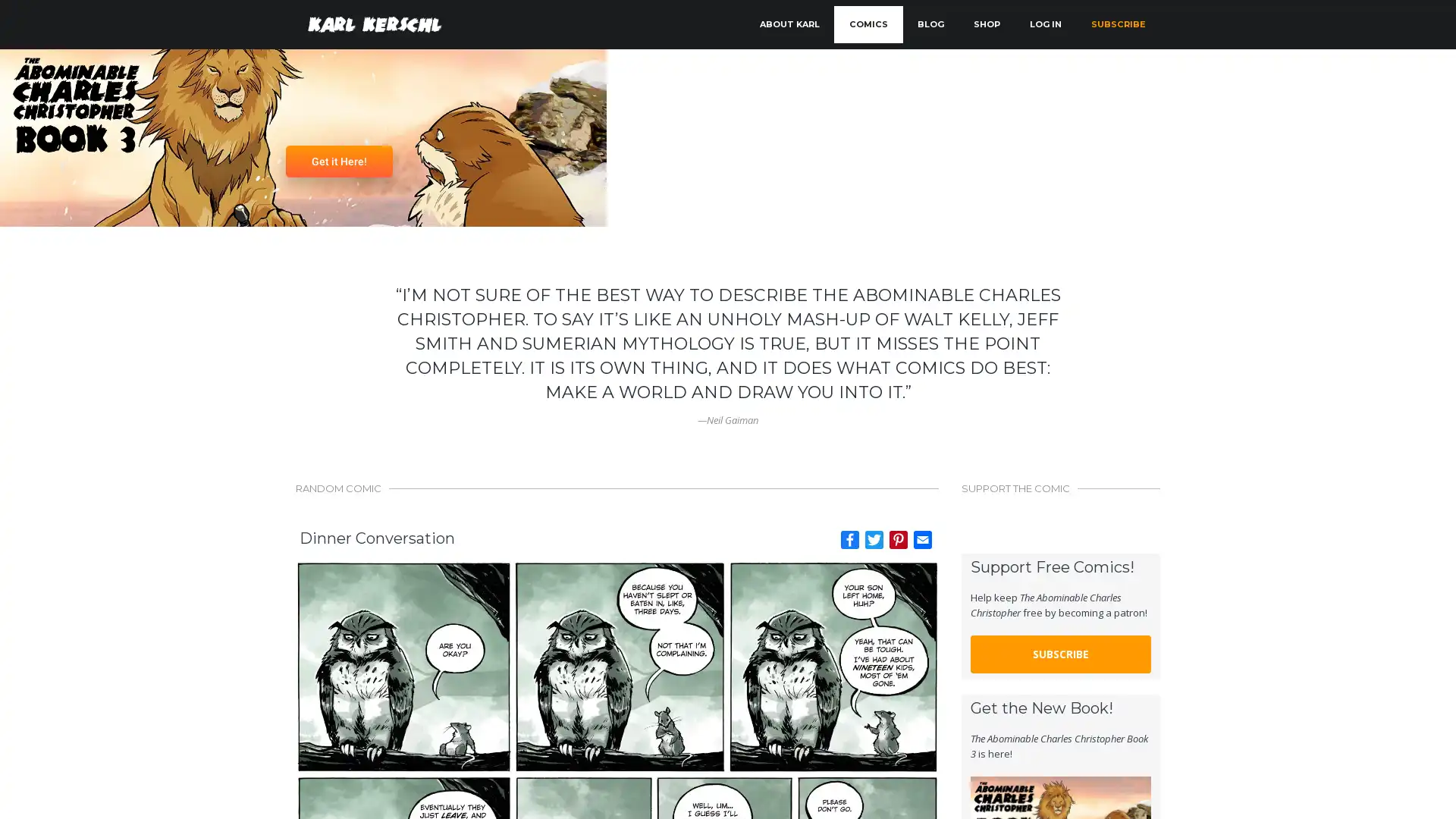  I want to click on SUBSCRIBE, so click(1059, 704).